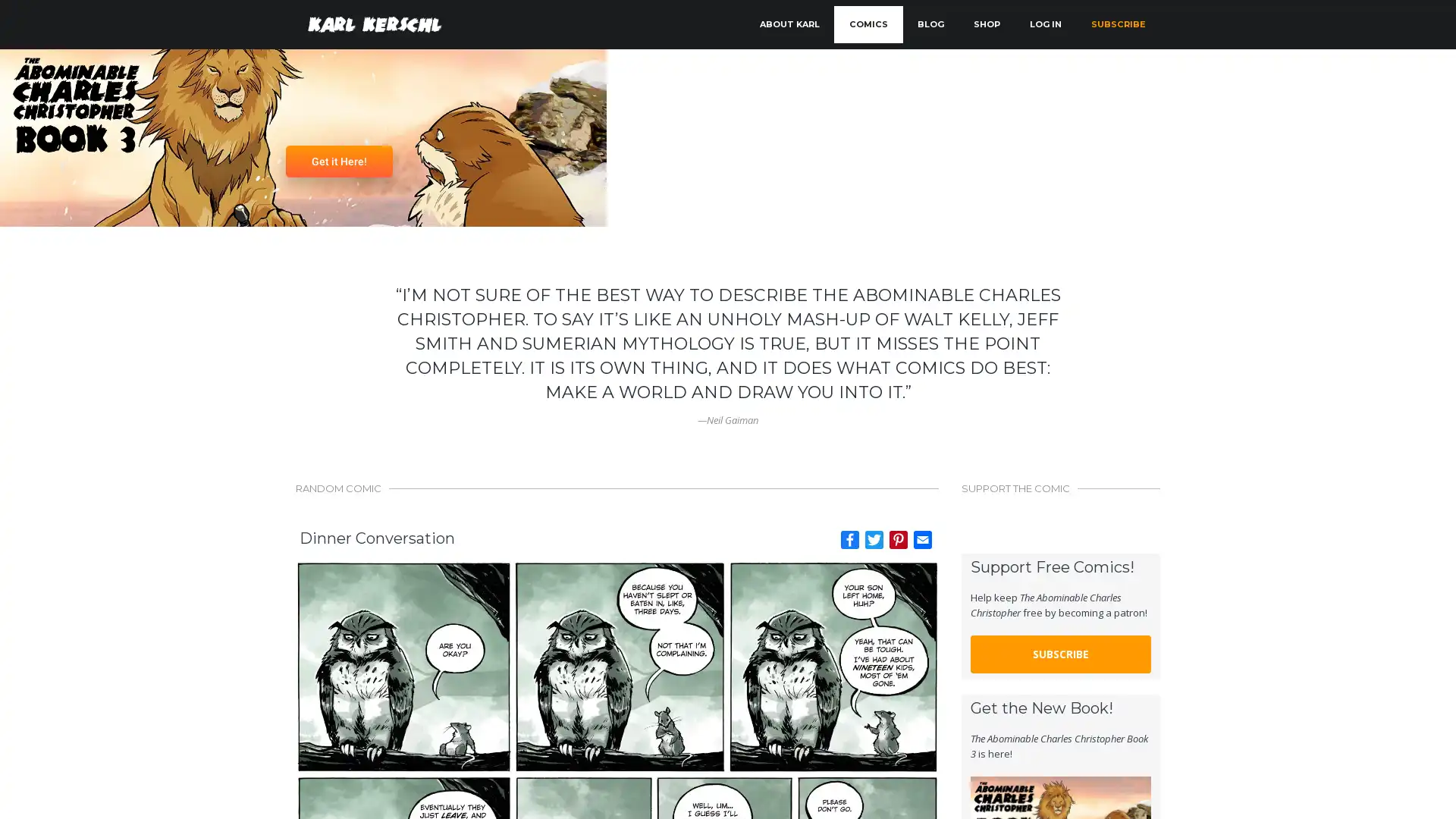  I want to click on SUBSCRIBE, so click(1059, 704).